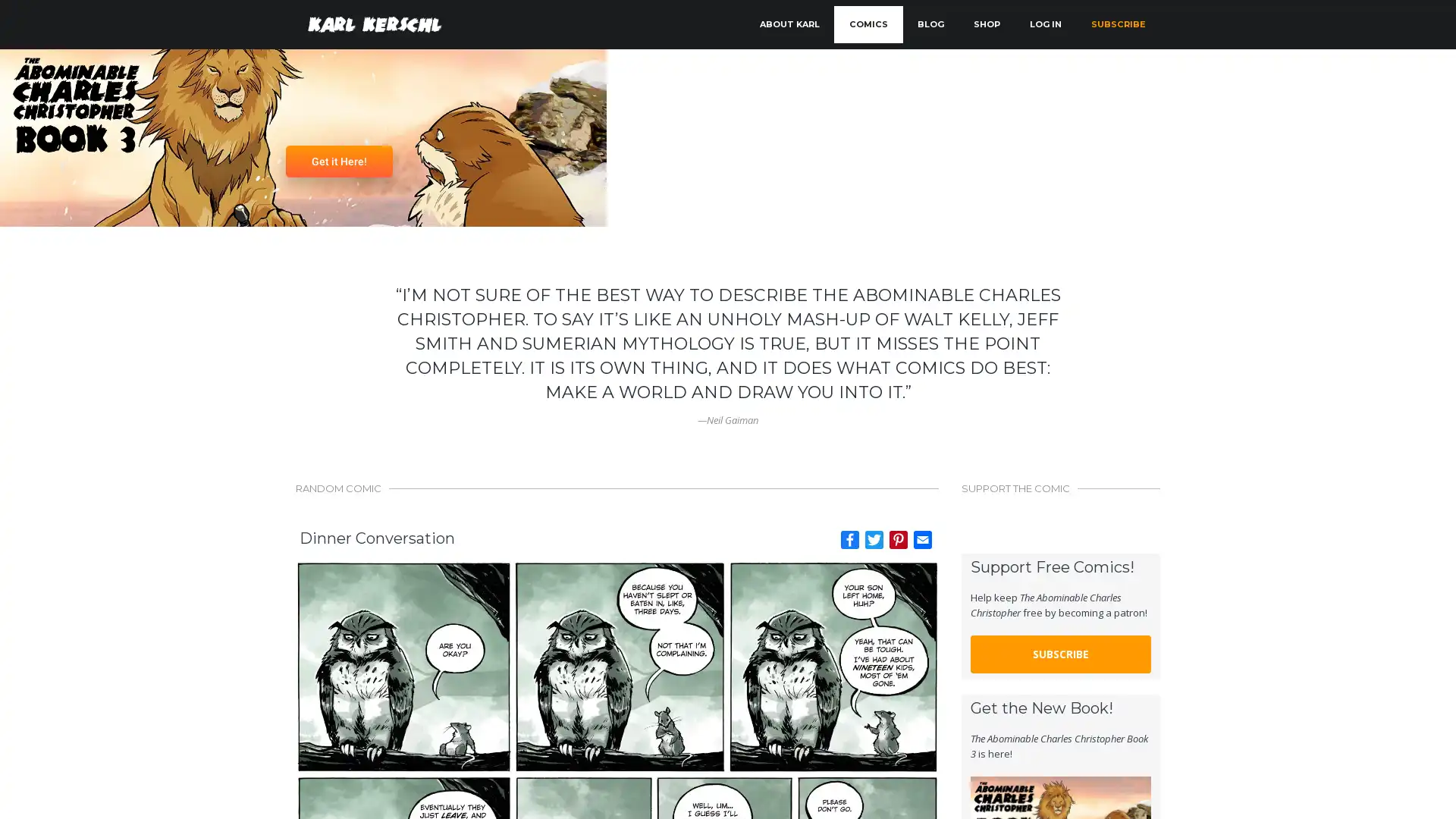  I want to click on SUBSCRIBE, so click(1059, 704).